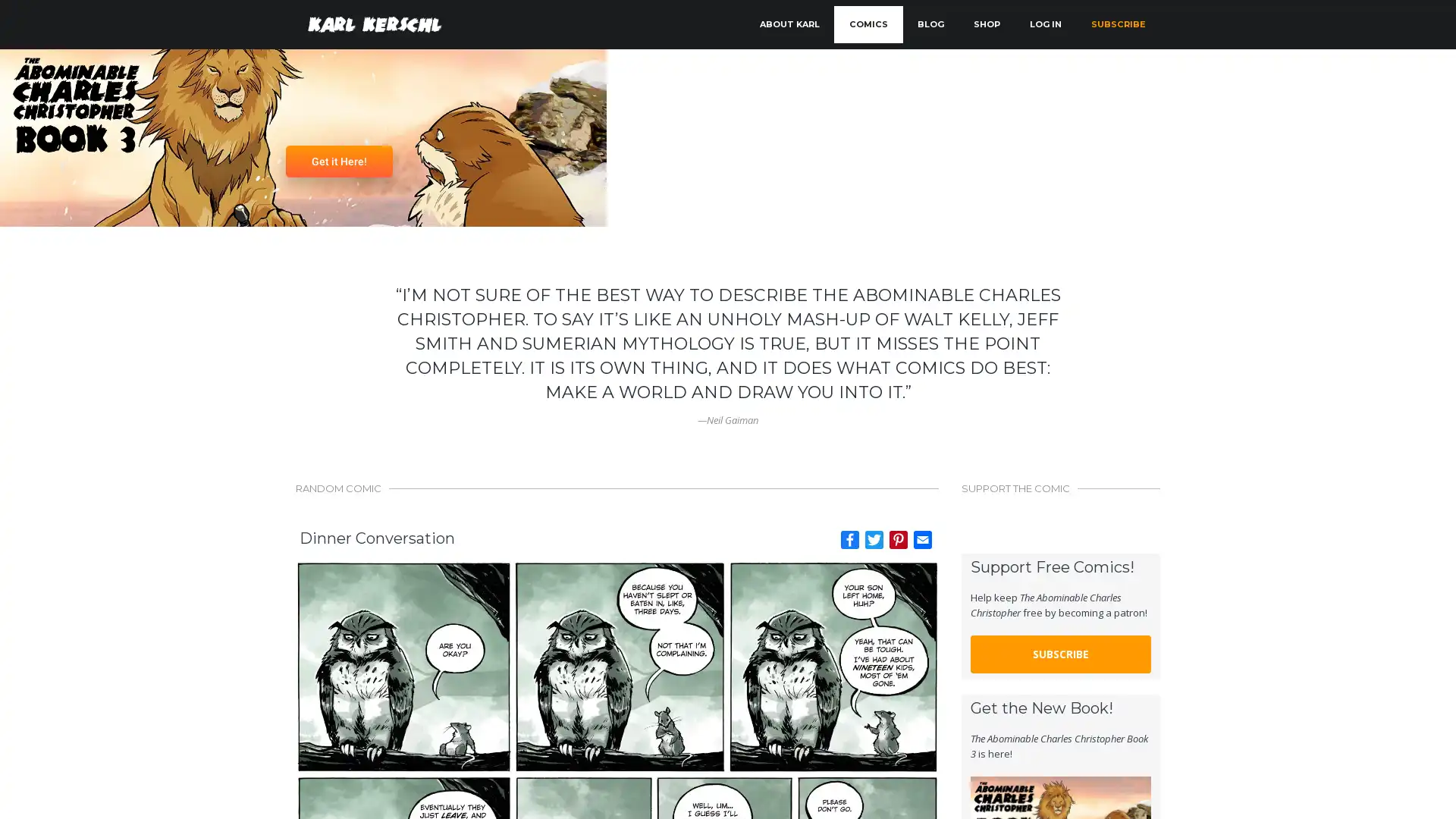  I want to click on SUBSCRIBE, so click(1059, 704).